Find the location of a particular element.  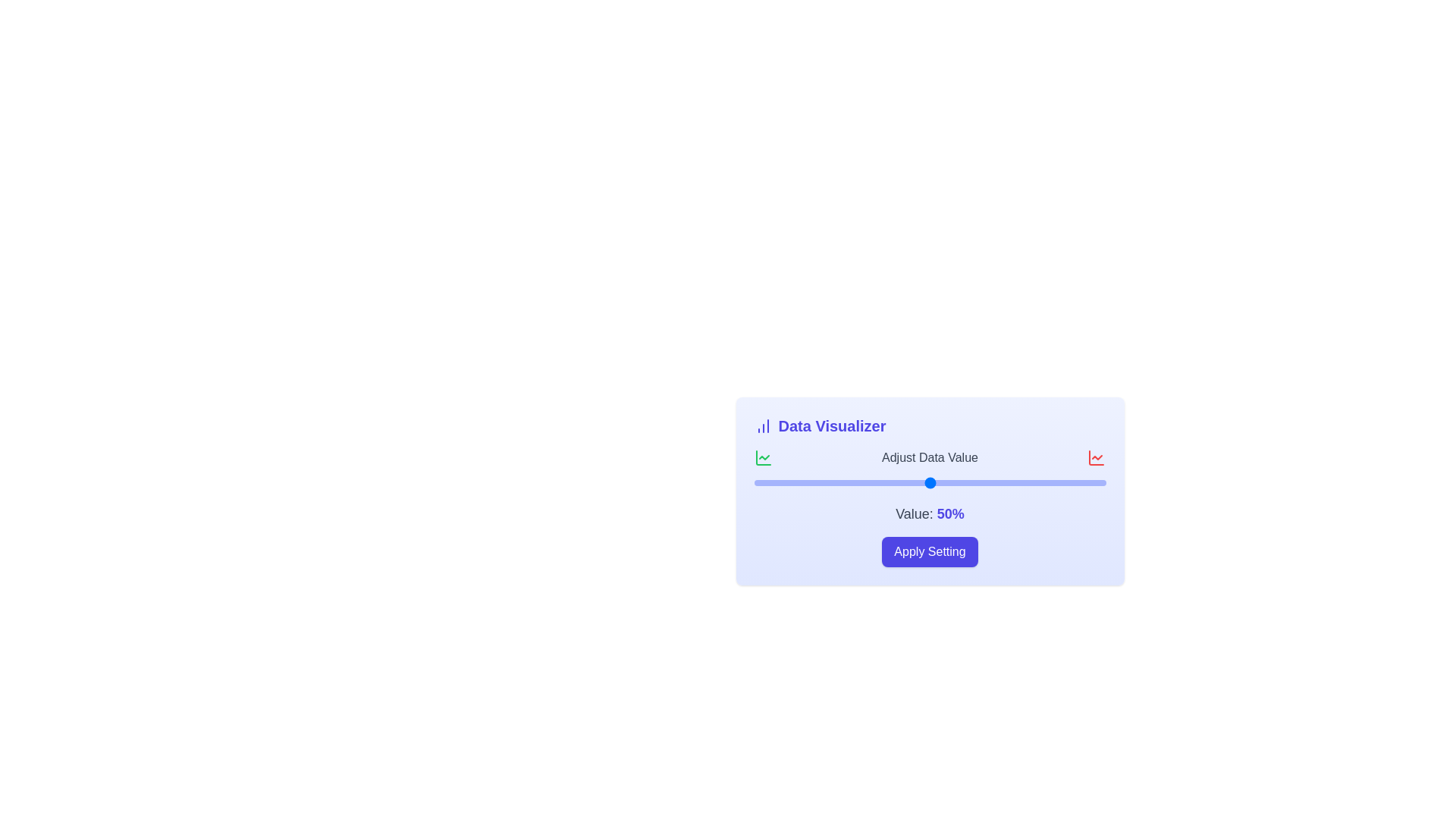

the rectangular button with rounded corners and a purple background labeled 'Apply Setting' to apply the settings is located at coordinates (929, 552).